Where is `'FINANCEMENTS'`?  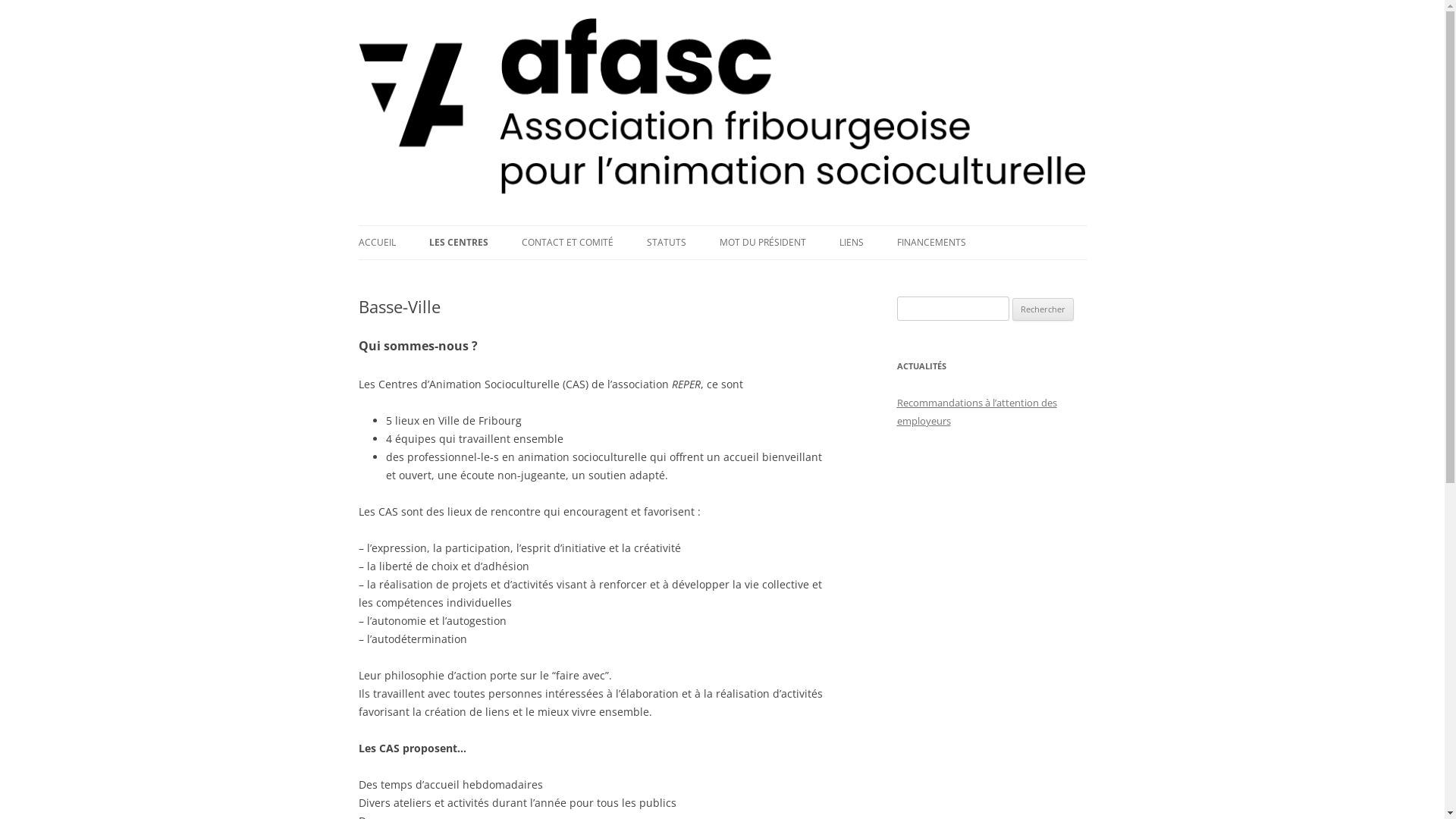
'FINANCEMENTS' is located at coordinates (930, 242).